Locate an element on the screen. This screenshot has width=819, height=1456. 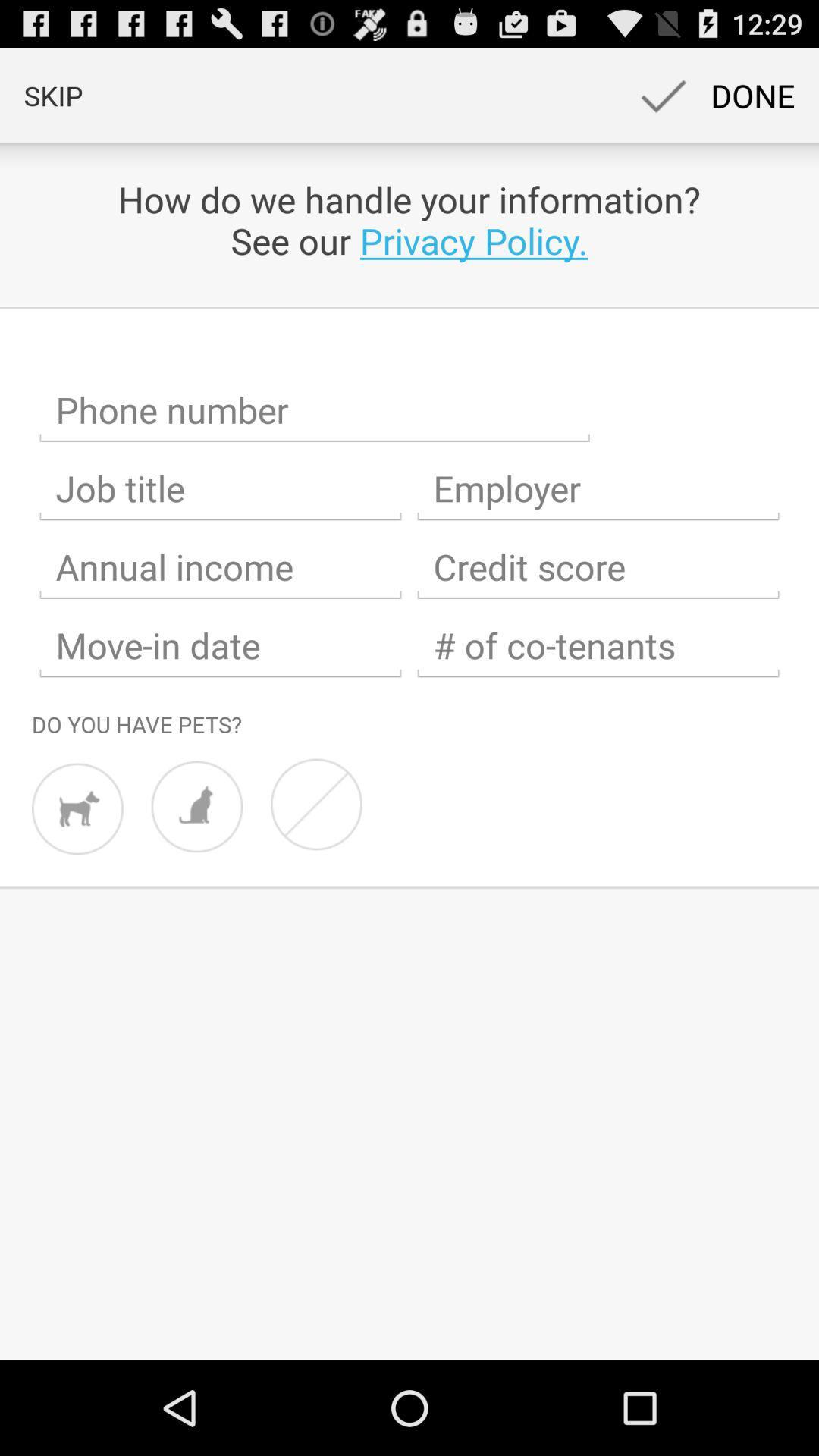
job title field is located at coordinates (220, 488).